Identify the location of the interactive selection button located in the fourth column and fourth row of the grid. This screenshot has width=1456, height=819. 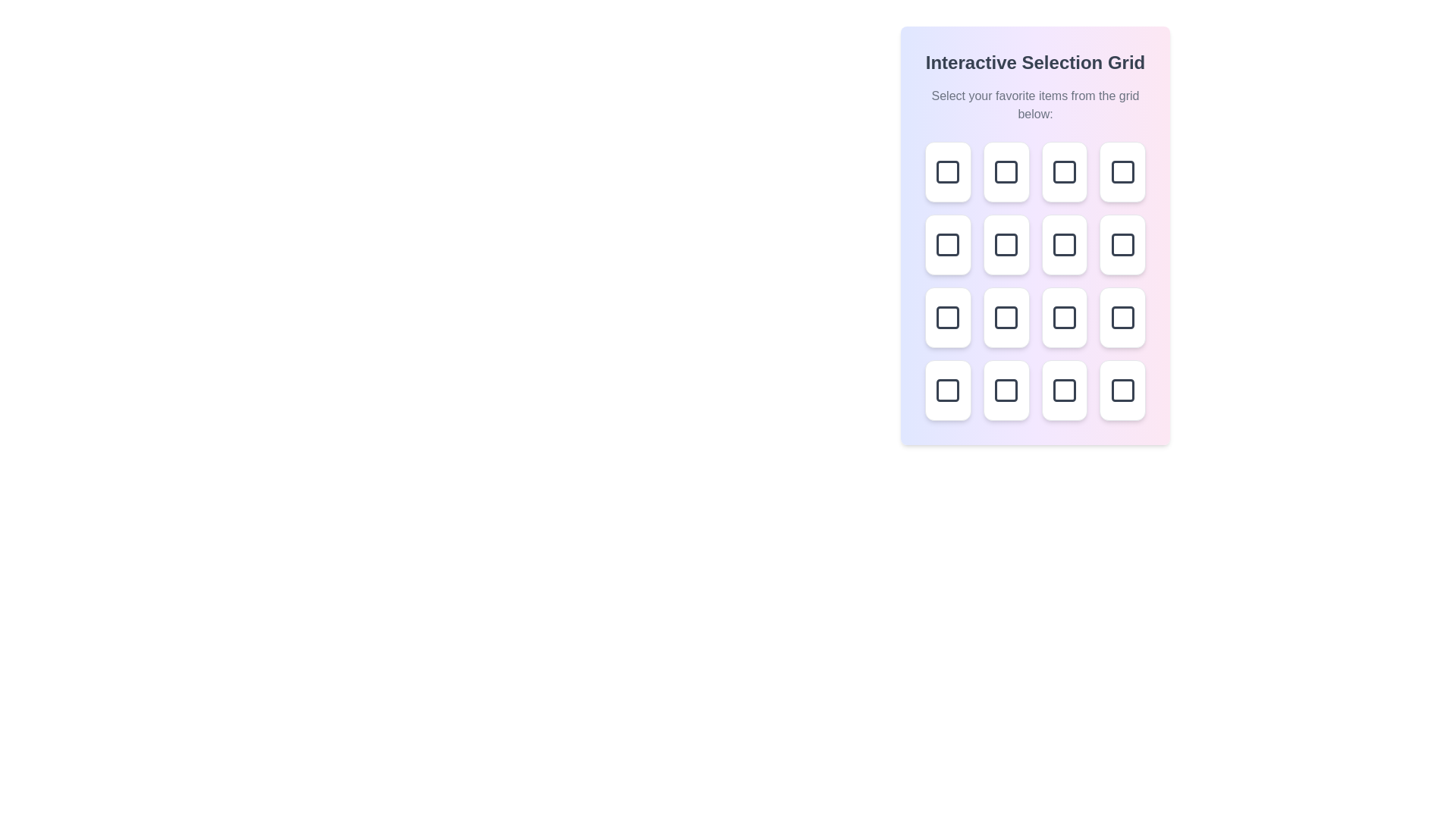
(1122, 317).